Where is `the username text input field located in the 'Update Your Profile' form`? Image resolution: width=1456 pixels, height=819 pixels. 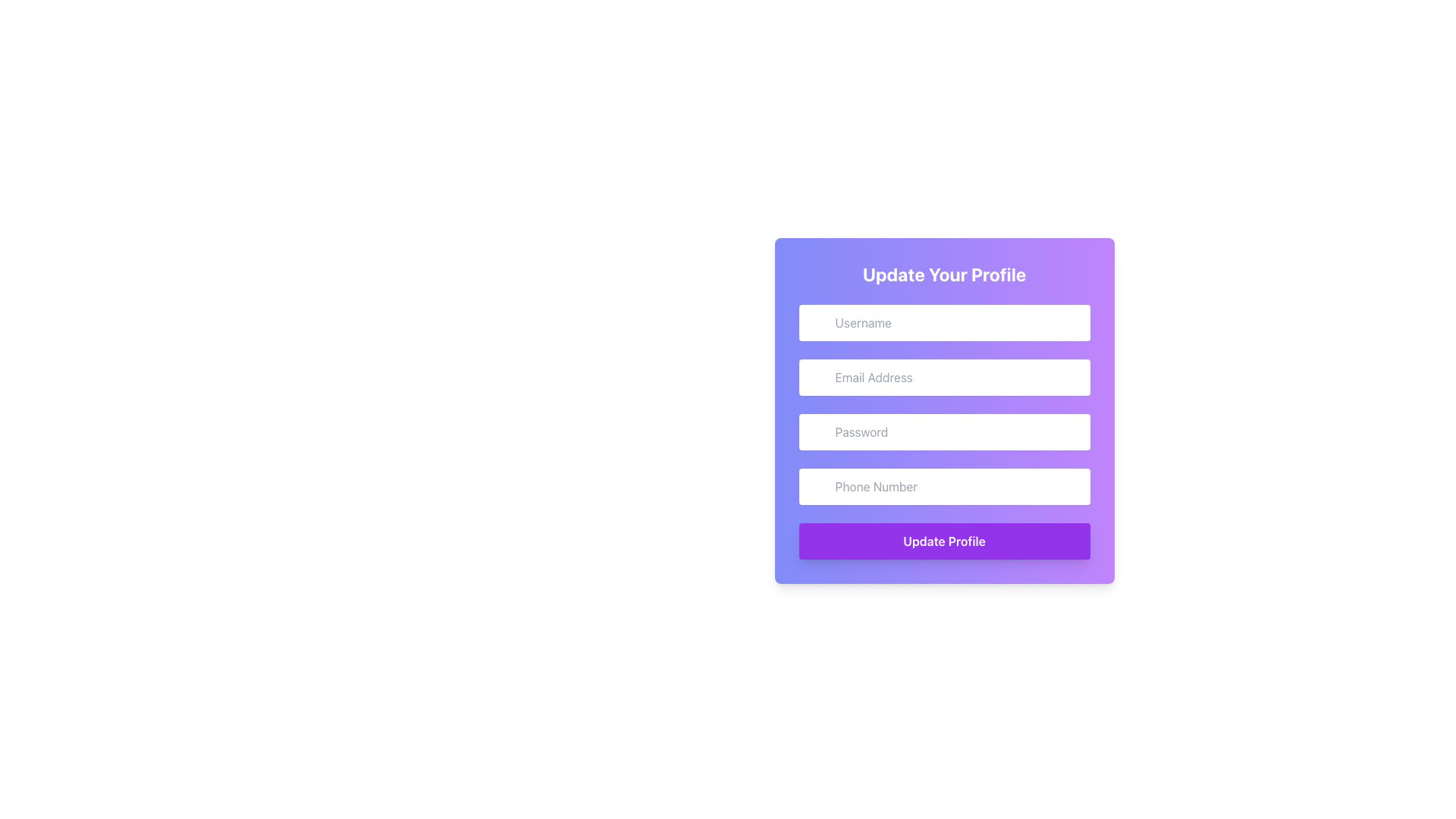
the username text input field located in the 'Update Your Profile' form is located at coordinates (943, 322).